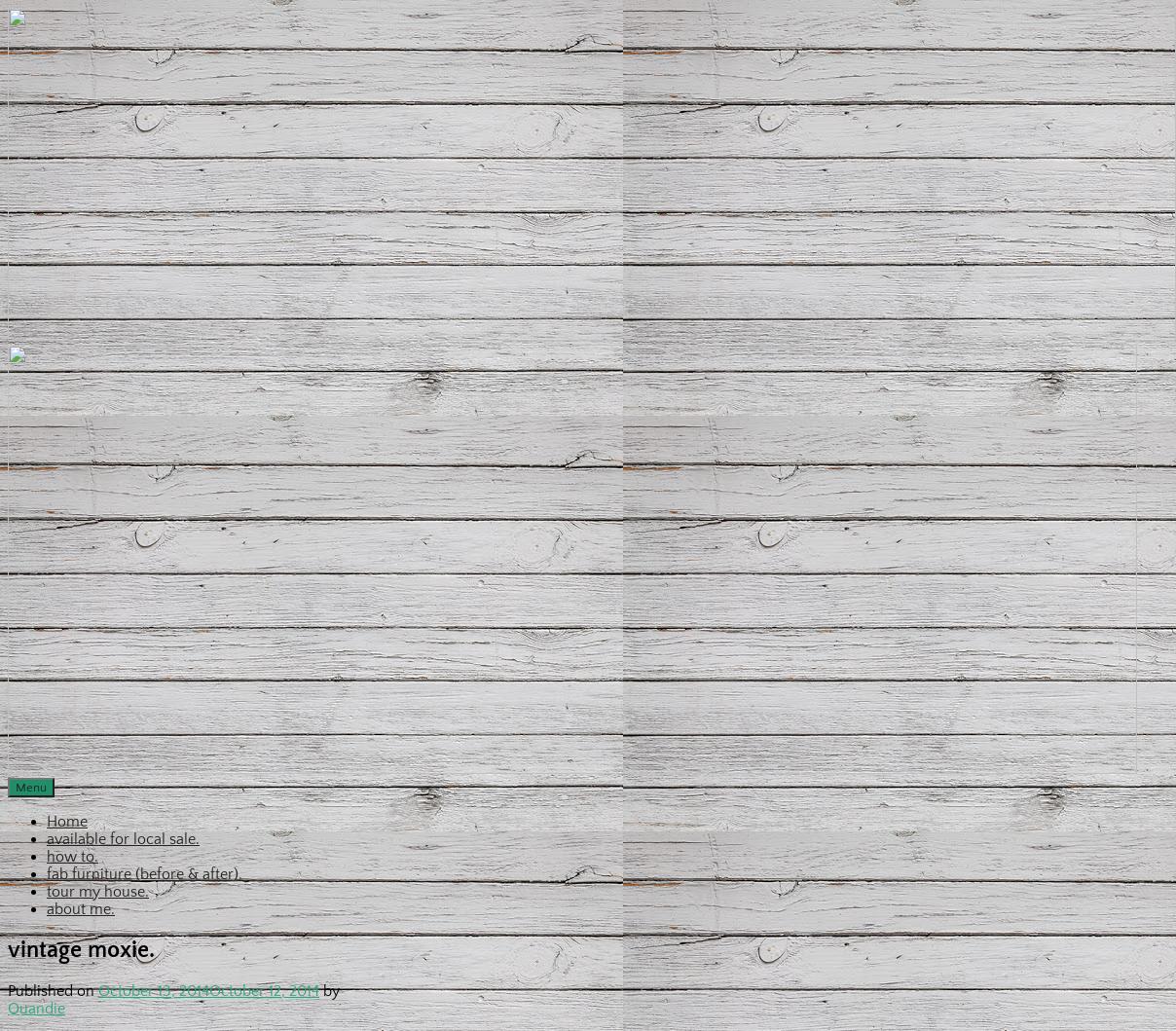 The width and height of the screenshot is (1176, 1031). What do you see at coordinates (143, 874) in the screenshot?
I see `'fab furniture (before & after).'` at bounding box center [143, 874].